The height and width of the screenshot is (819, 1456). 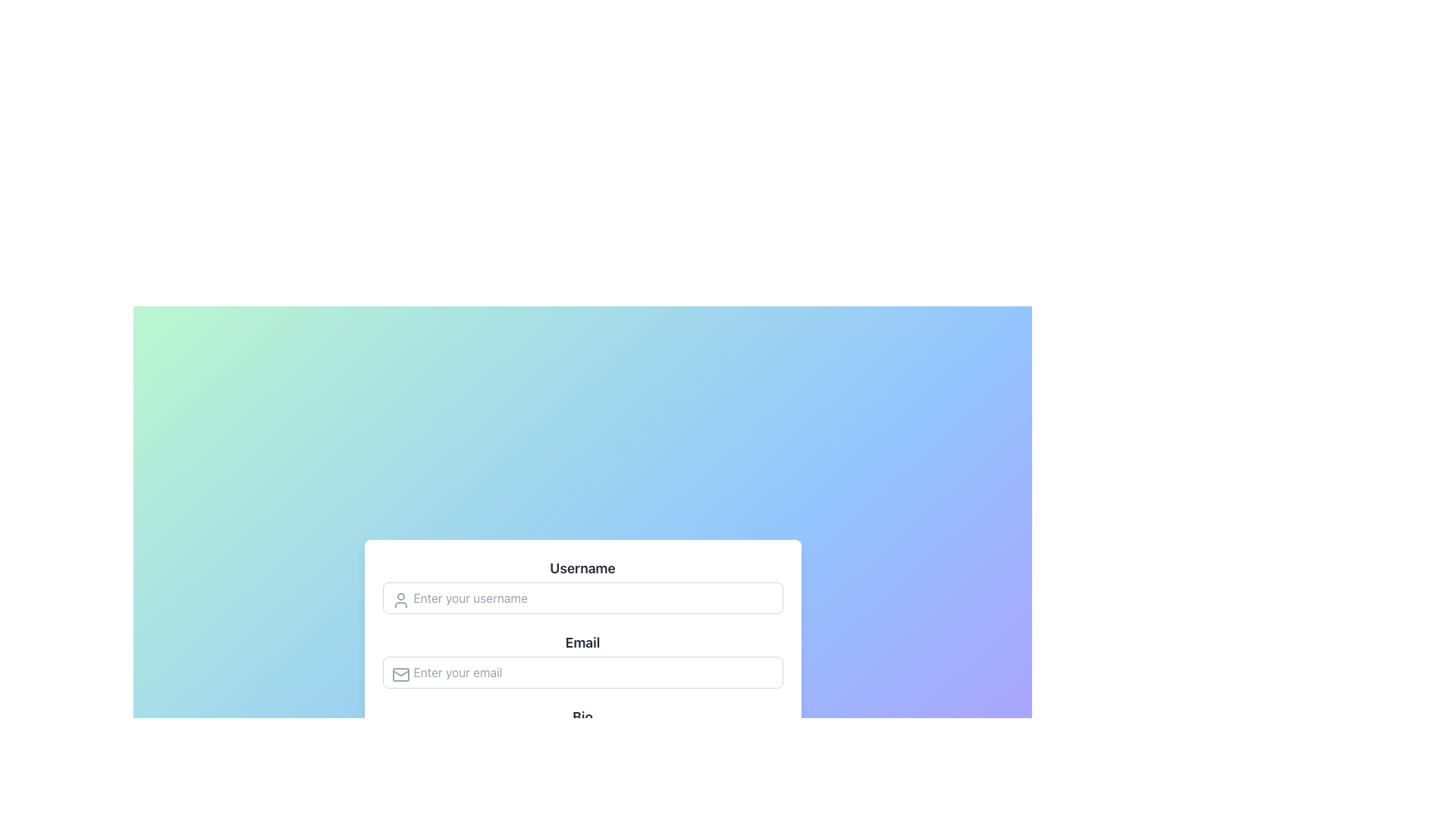 What do you see at coordinates (400, 674) in the screenshot?
I see `the envelope icon located on the left-hand side of the email input field` at bounding box center [400, 674].